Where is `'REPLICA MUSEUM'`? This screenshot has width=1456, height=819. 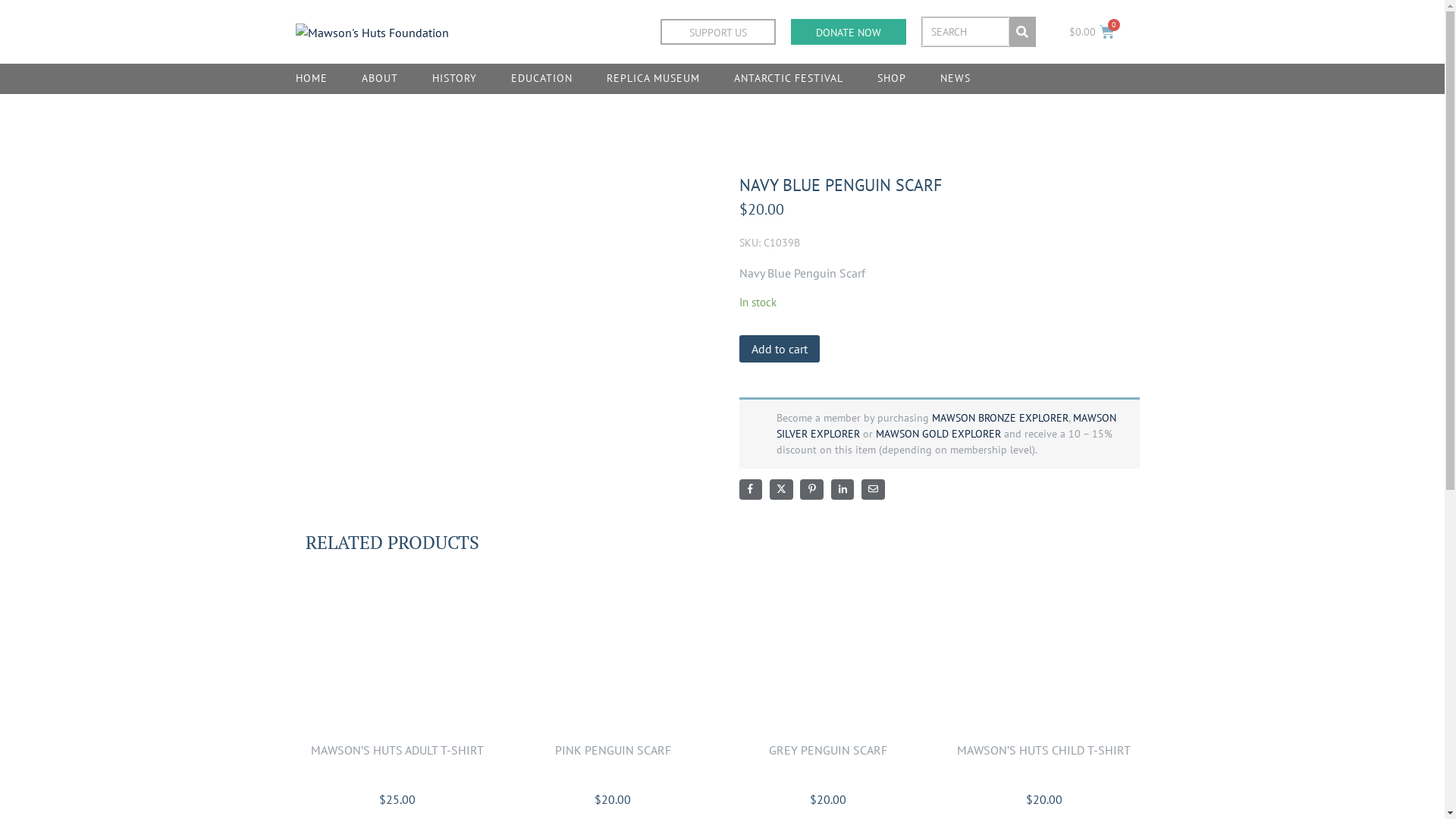 'REPLICA MUSEUM' is located at coordinates (653, 79).